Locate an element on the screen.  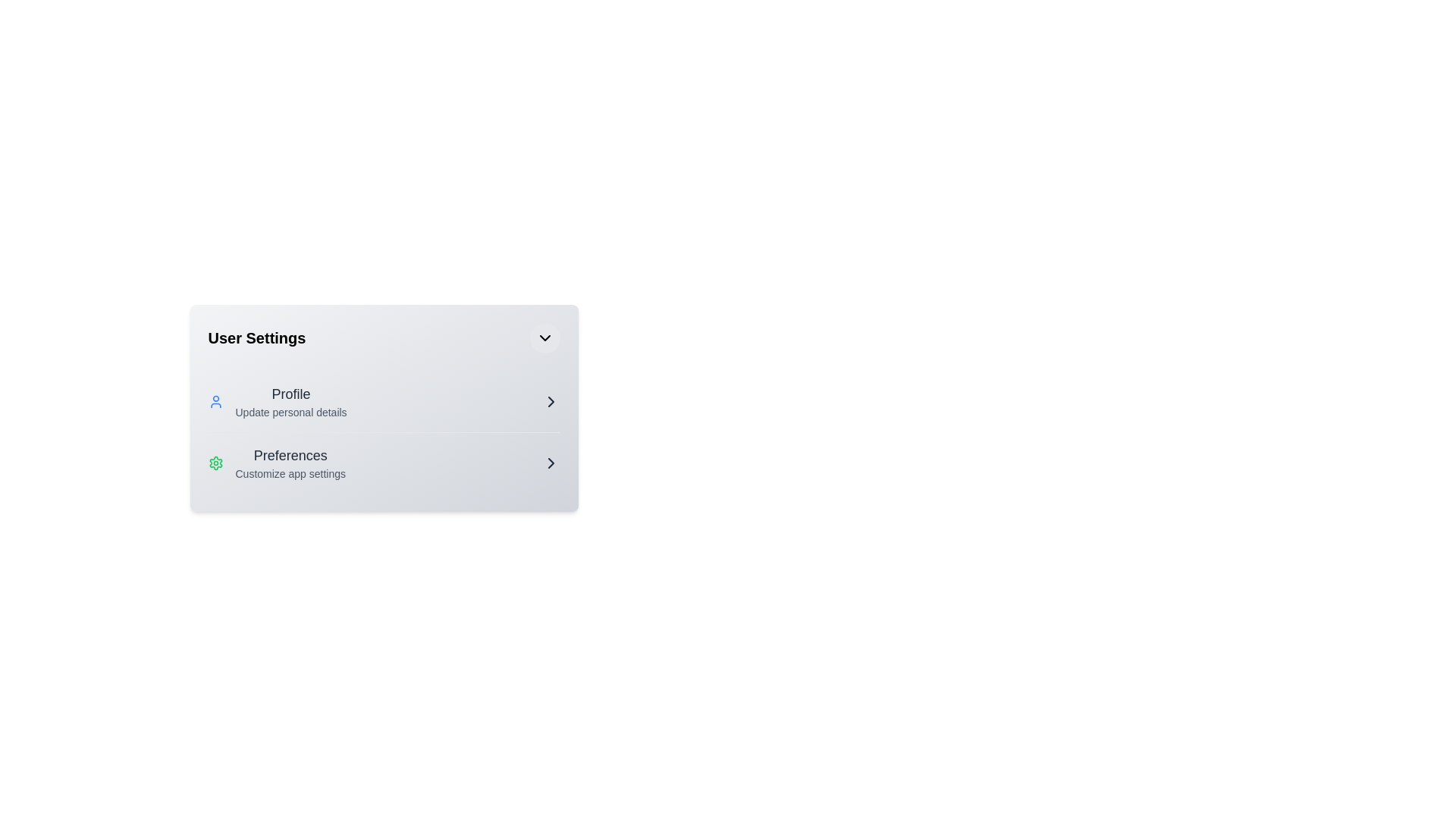
description of the 'Preferences' settings option, which includes the text 'Preferences' in bold and 'Customize app settings' in smaller gray font, located in the User Settings list is located at coordinates (290, 462).